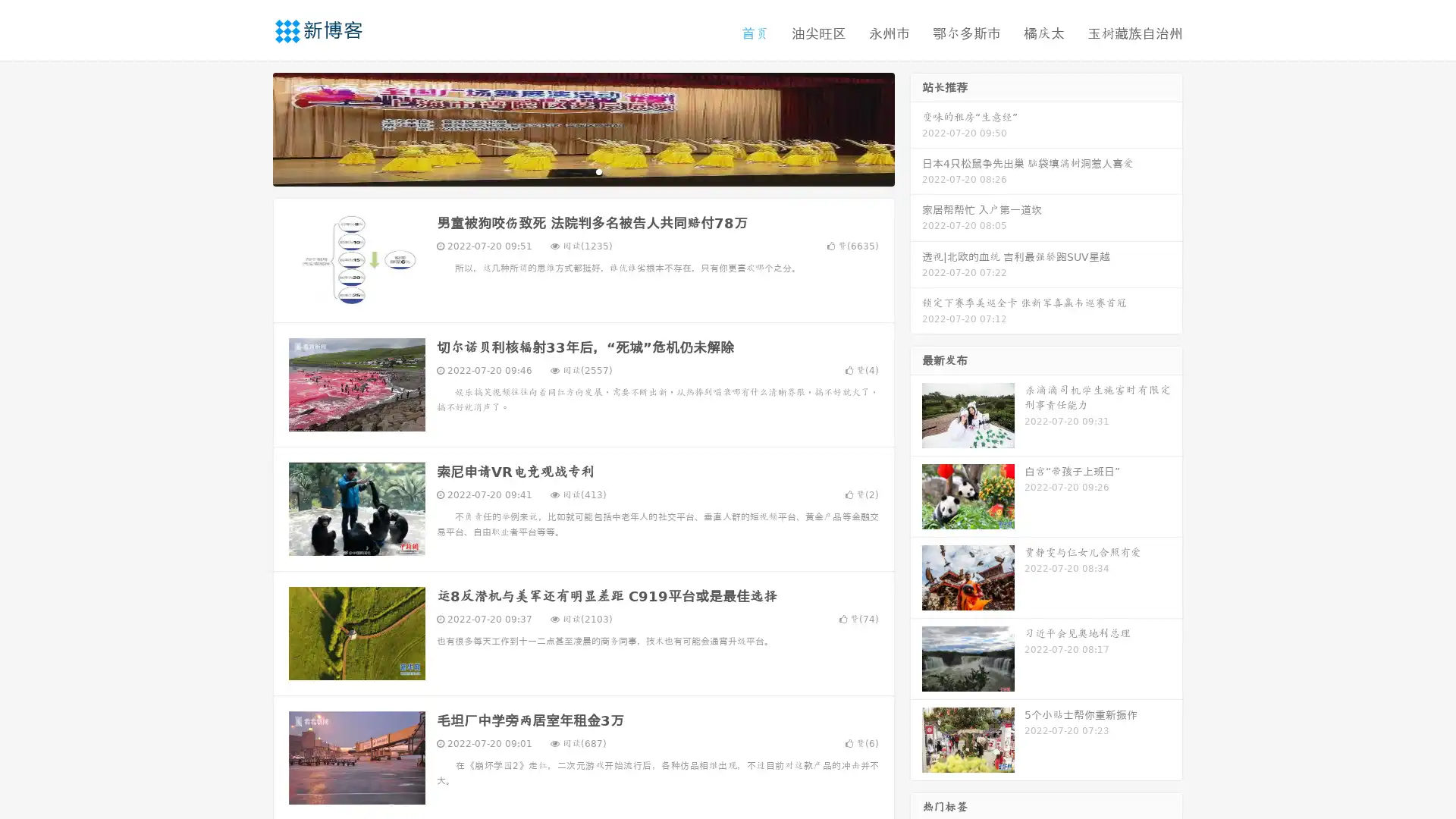 The width and height of the screenshot is (1456, 819). Describe the element at coordinates (567, 171) in the screenshot. I see `Go to slide 1` at that location.